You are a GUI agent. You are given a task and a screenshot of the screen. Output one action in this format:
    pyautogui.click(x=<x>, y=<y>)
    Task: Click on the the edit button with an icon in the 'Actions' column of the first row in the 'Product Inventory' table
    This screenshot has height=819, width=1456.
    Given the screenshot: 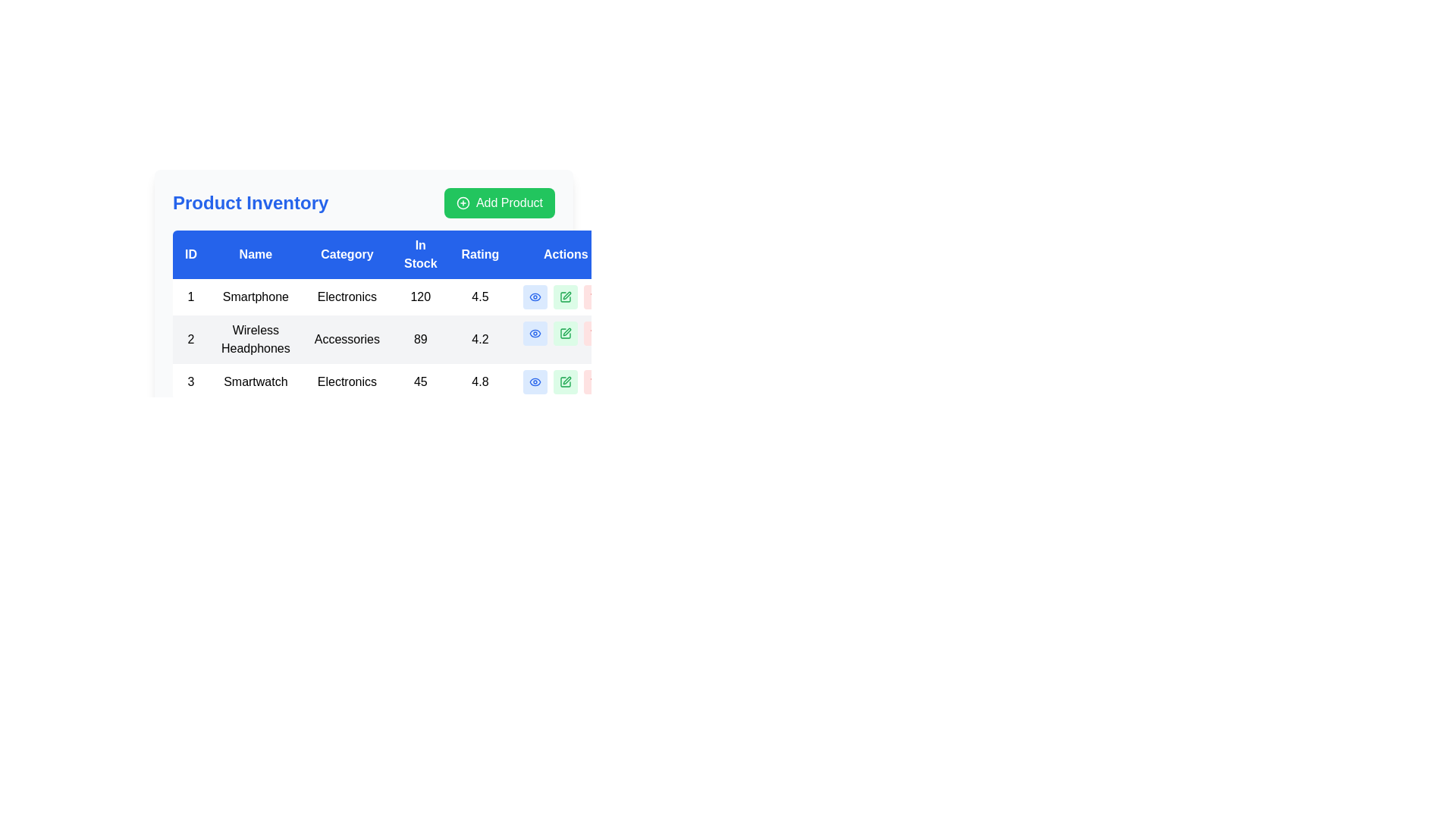 What is the action you would take?
    pyautogui.click(x=565, y=297)
    